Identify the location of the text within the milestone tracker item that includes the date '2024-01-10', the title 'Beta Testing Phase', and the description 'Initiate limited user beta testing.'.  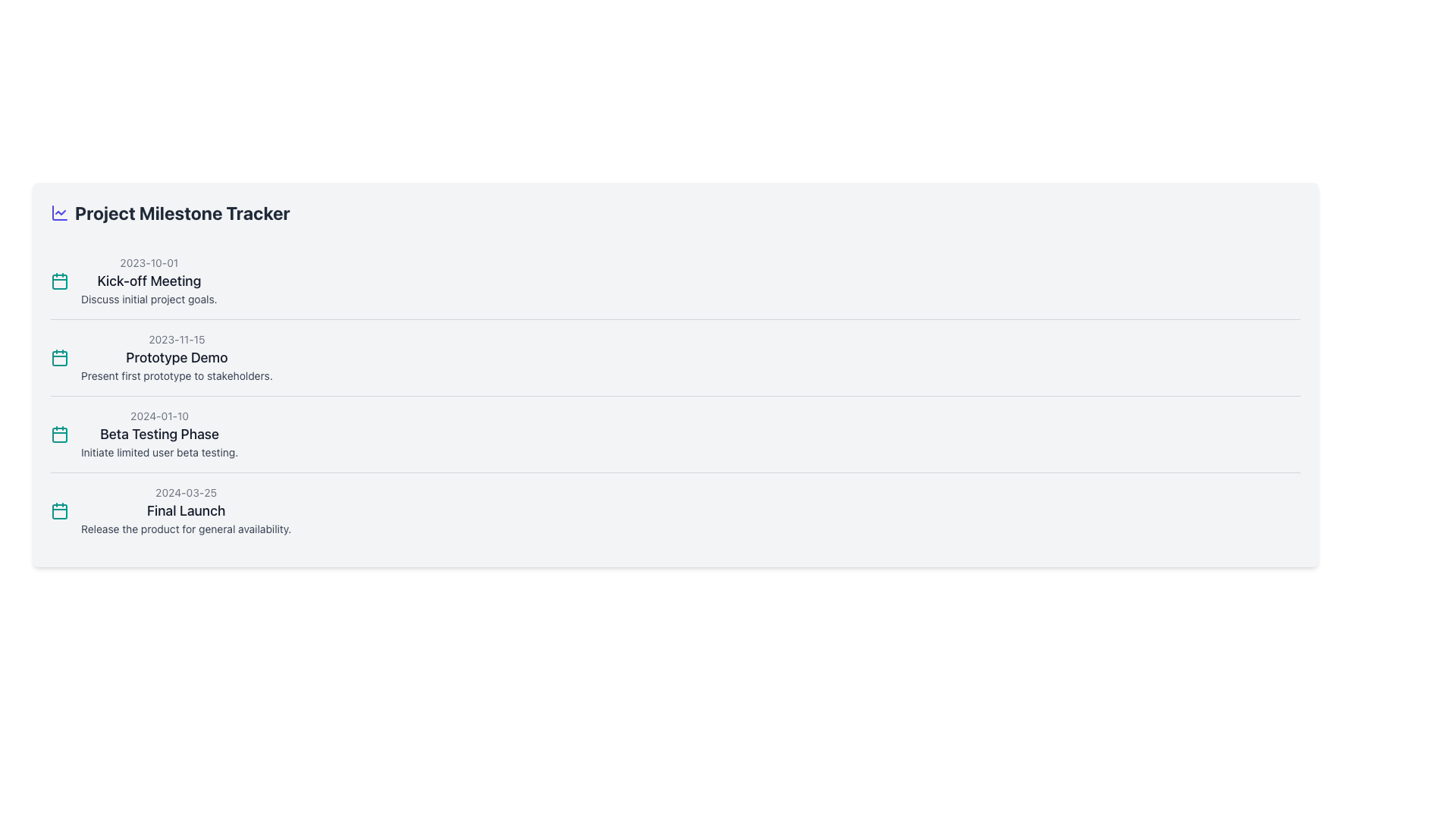
(675, 435).